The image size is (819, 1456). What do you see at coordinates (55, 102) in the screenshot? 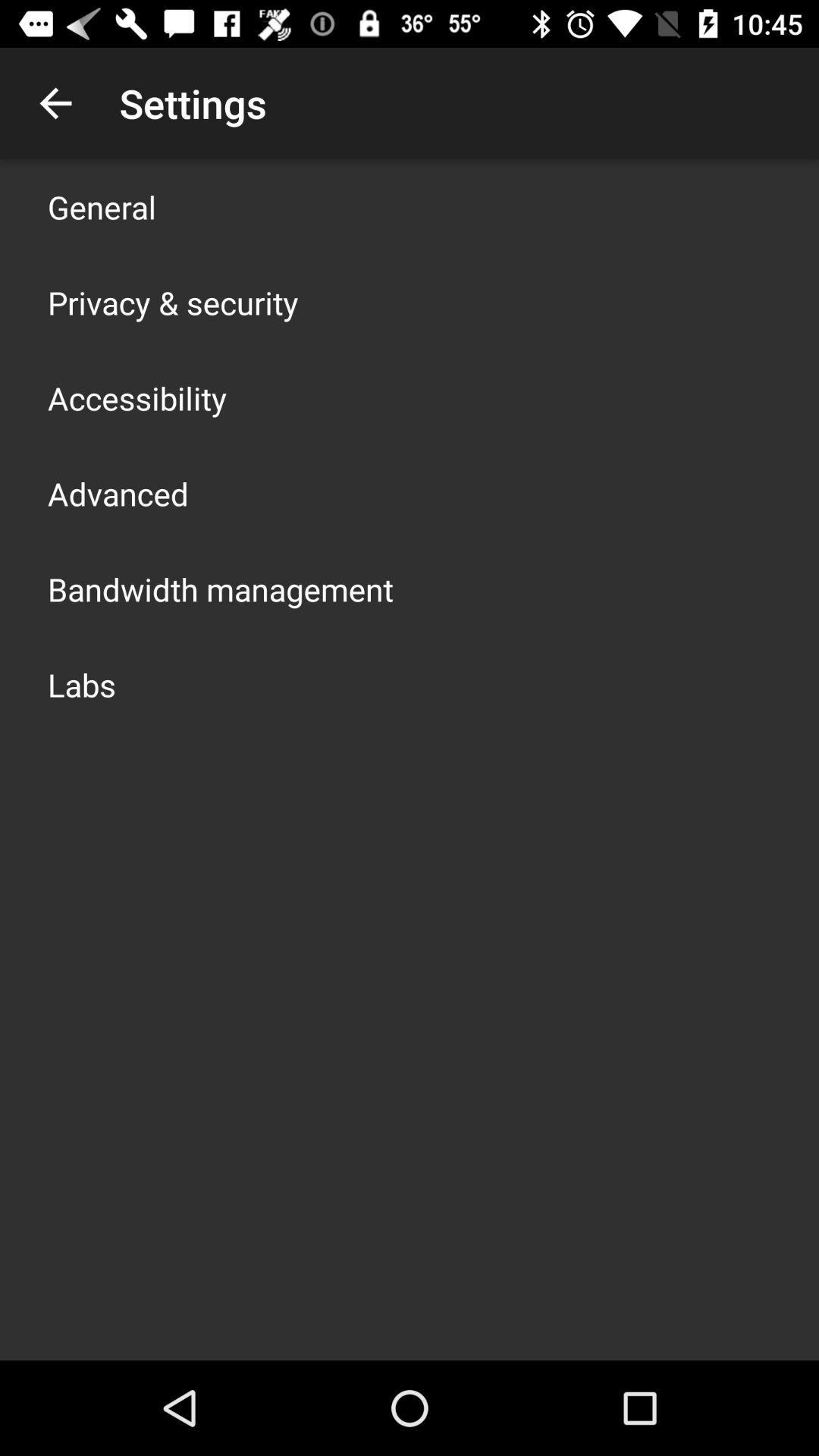
I see `the item to the left of settings` at bounding box center [55, 102].